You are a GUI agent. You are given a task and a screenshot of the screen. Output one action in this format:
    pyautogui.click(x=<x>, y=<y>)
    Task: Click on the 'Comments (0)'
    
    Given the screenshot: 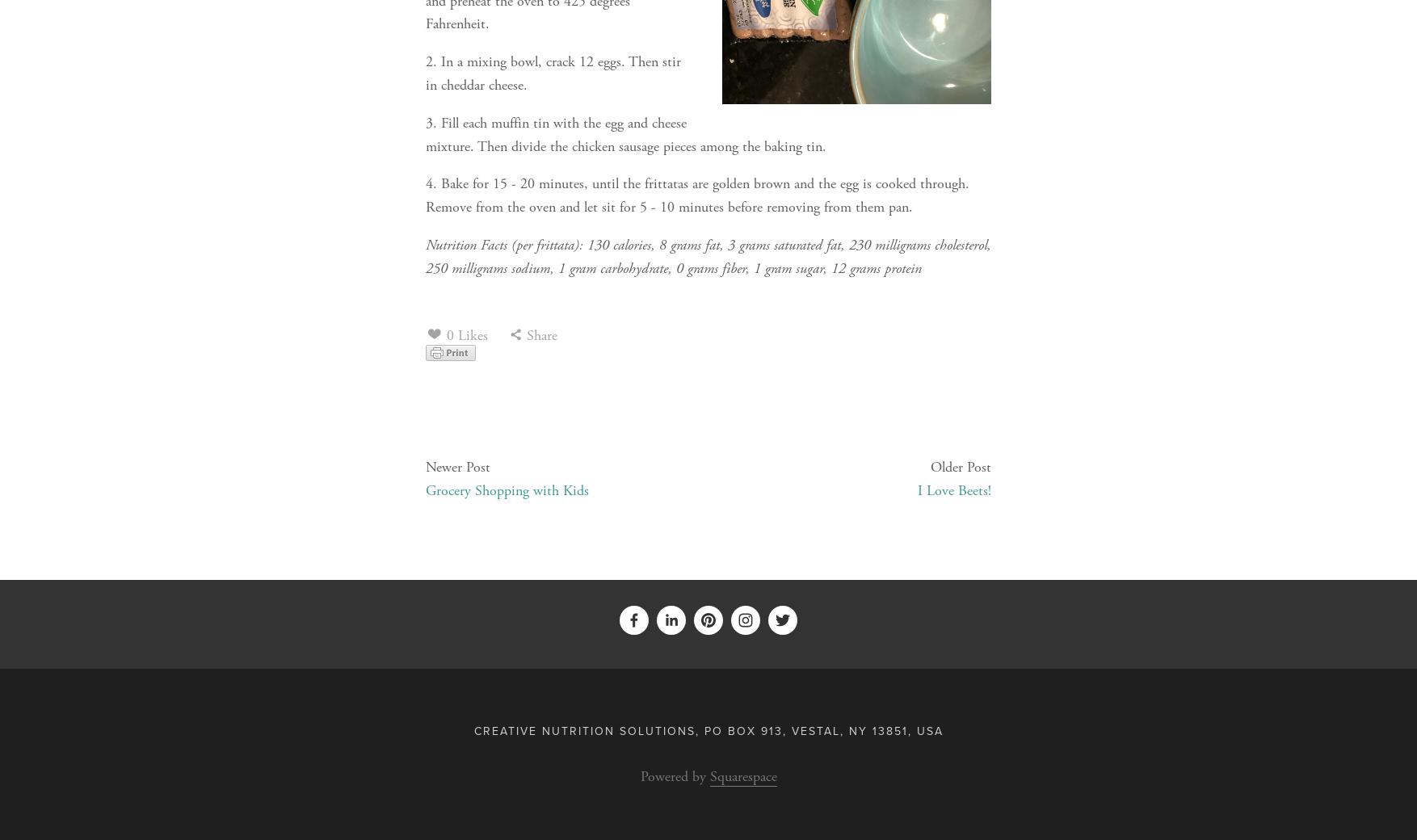 What is the action you would take?
    pyautogui.click(x=478, y=419)
    